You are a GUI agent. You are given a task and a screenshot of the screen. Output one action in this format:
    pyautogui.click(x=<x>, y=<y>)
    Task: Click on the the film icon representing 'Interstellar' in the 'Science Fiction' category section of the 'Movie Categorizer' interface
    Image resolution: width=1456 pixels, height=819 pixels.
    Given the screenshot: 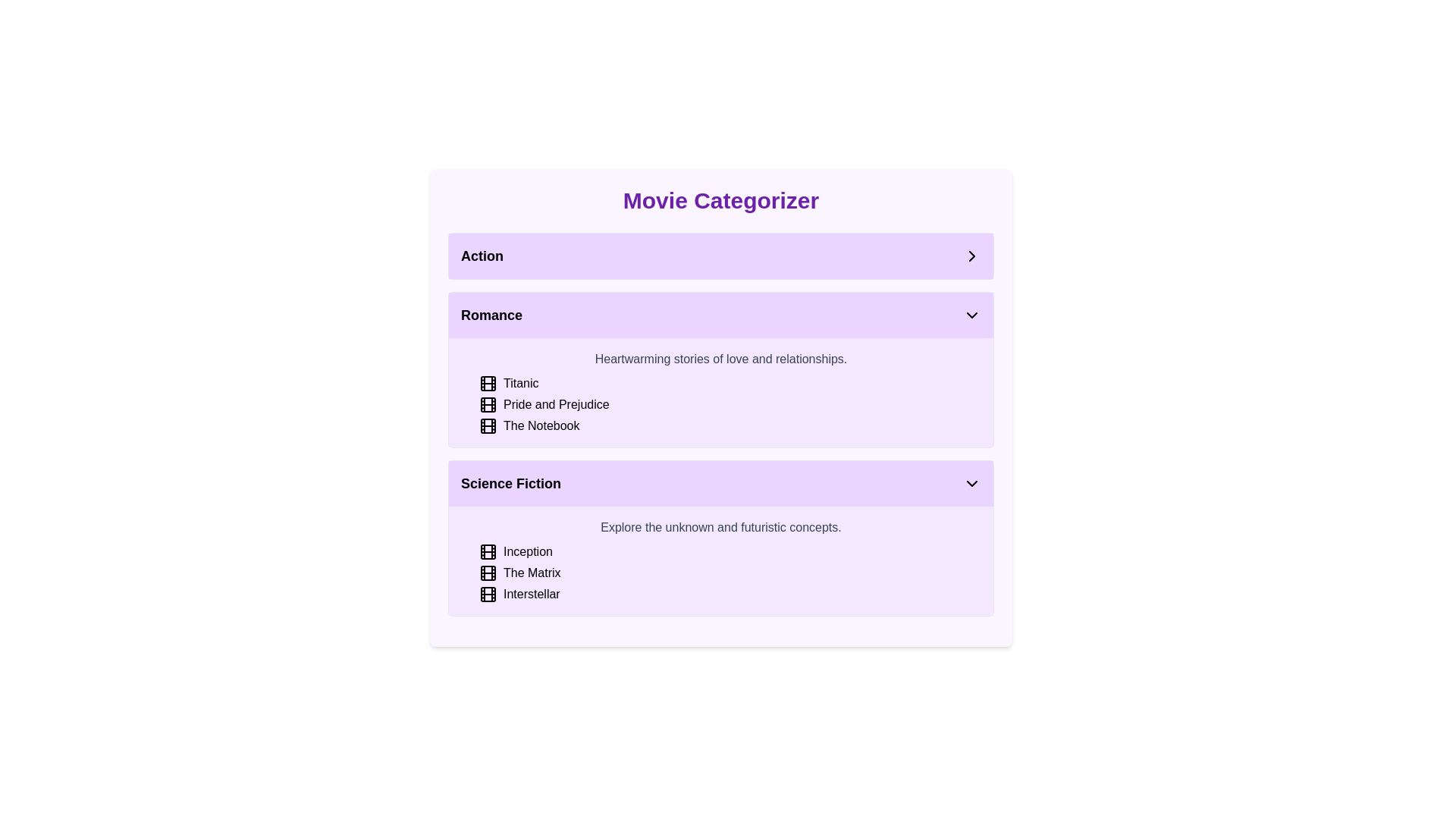 What is the action you would take?
    pyautogui.click(x=488, y=593)
    